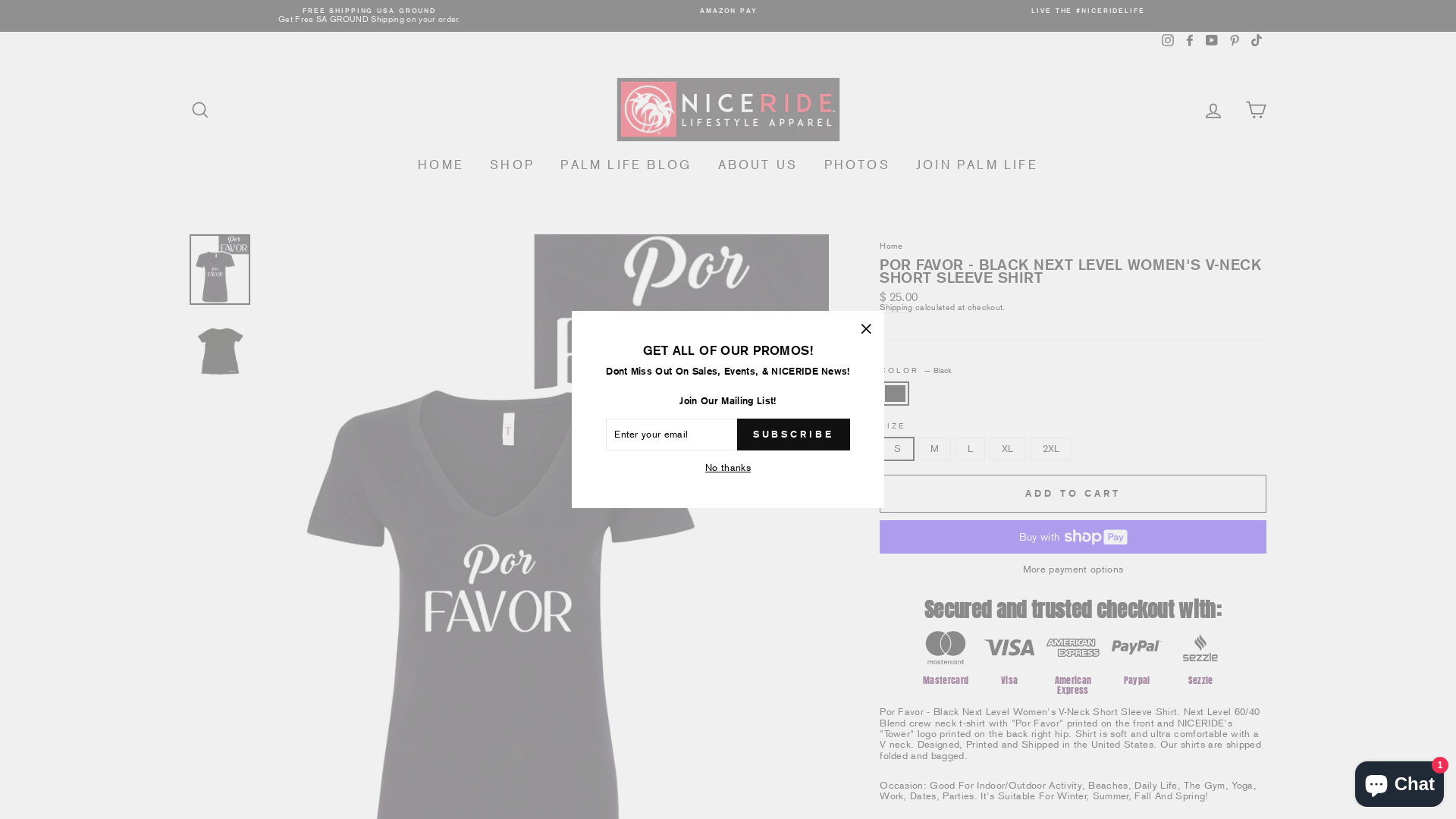 This screenshot has width=1456, height=819. What do you see at coordinates (1189, 40) in the screenshot?
I see `'Facebook'` at bounding box center [1189, 40].